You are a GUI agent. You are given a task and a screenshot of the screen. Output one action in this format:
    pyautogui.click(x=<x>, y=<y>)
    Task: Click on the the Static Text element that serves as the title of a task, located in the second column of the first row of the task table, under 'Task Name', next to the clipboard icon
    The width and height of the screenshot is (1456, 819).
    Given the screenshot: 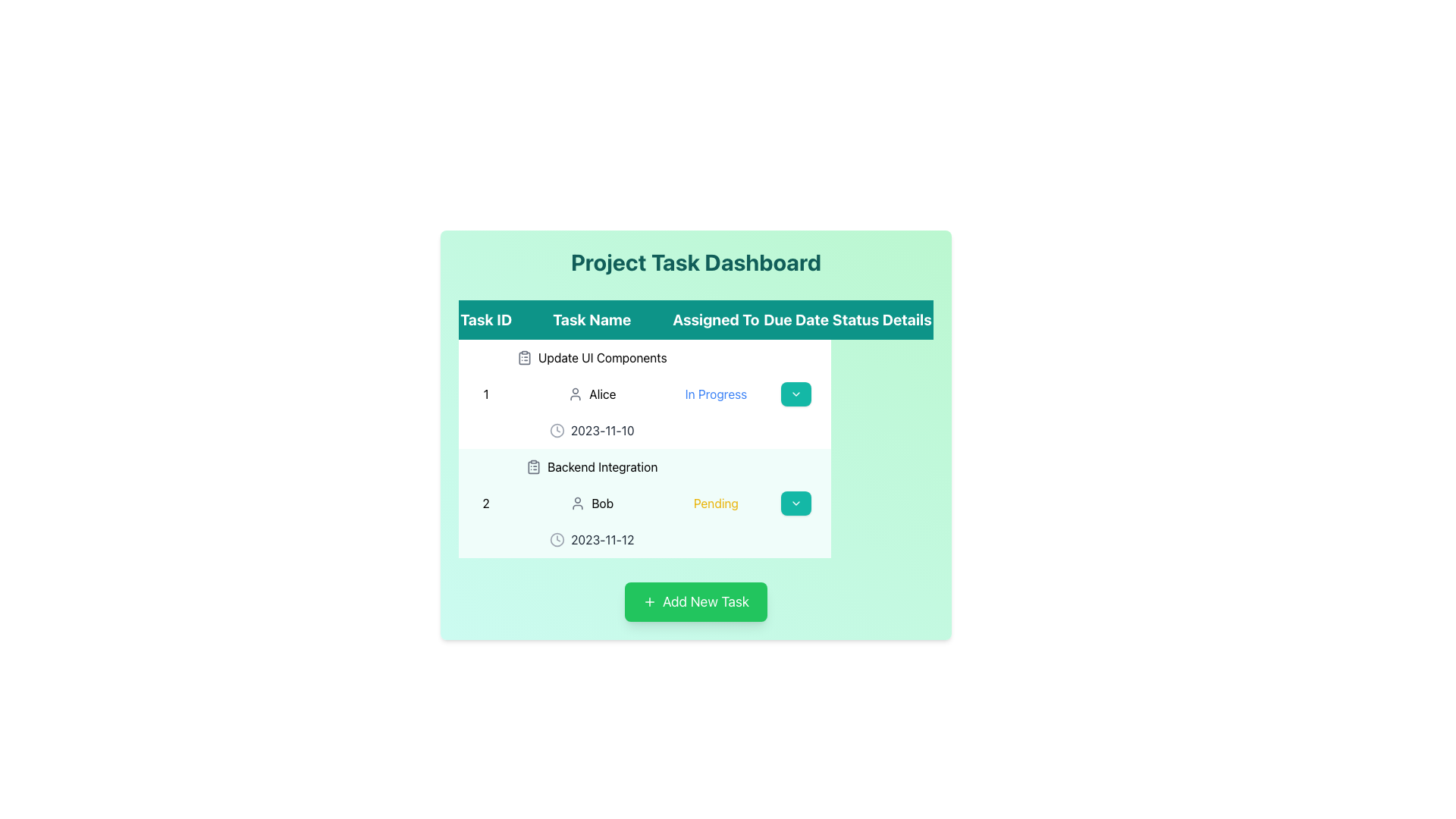 What is the action you would take?
    pyautogui.click(x=601, y=357)
    